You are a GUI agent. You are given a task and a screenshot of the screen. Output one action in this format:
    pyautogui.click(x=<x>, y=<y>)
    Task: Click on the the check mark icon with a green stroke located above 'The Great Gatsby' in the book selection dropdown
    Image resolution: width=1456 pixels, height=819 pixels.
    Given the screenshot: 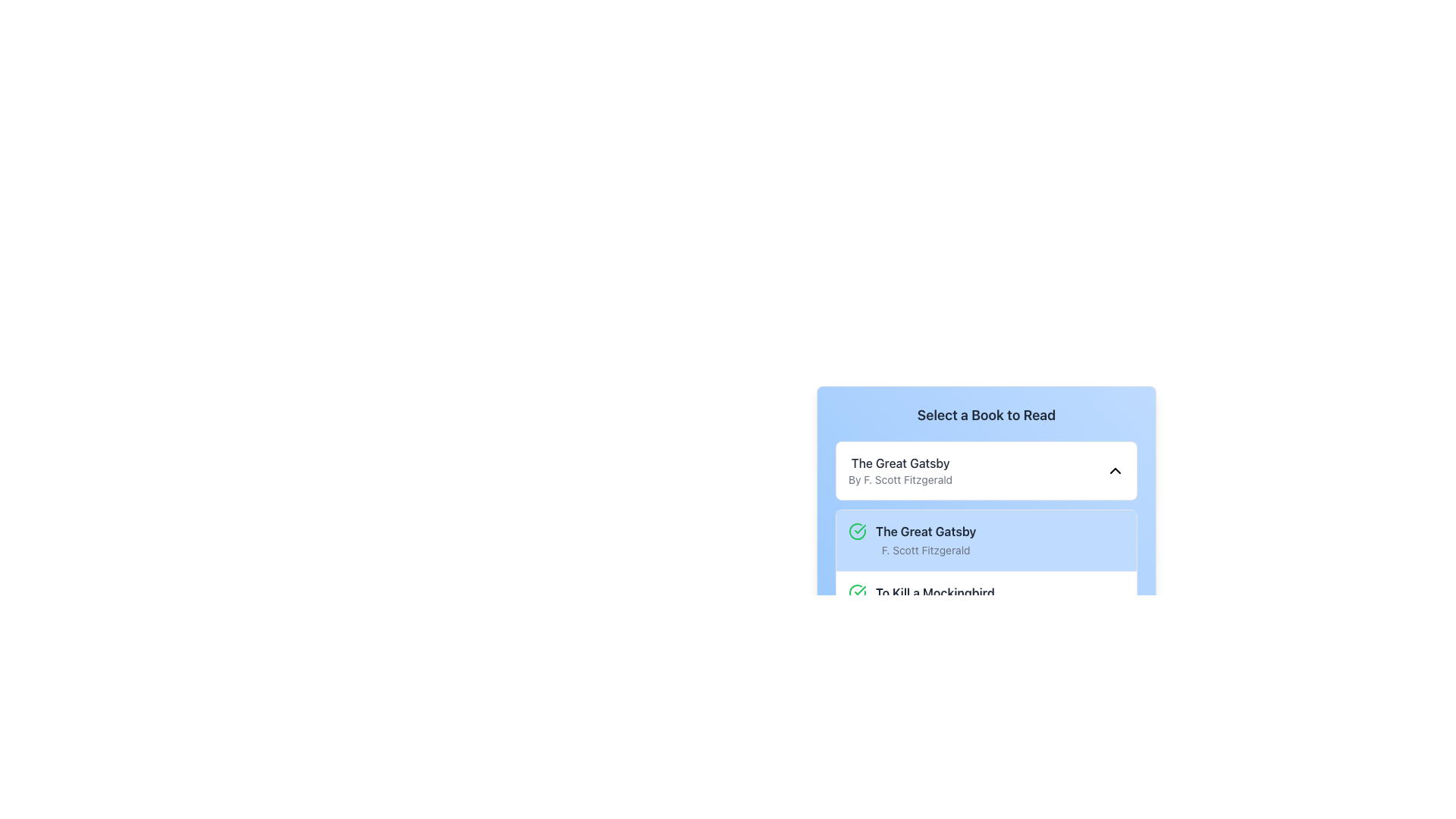 What is the action you would take?
    pyautogui.click(x=860, y=590)
    